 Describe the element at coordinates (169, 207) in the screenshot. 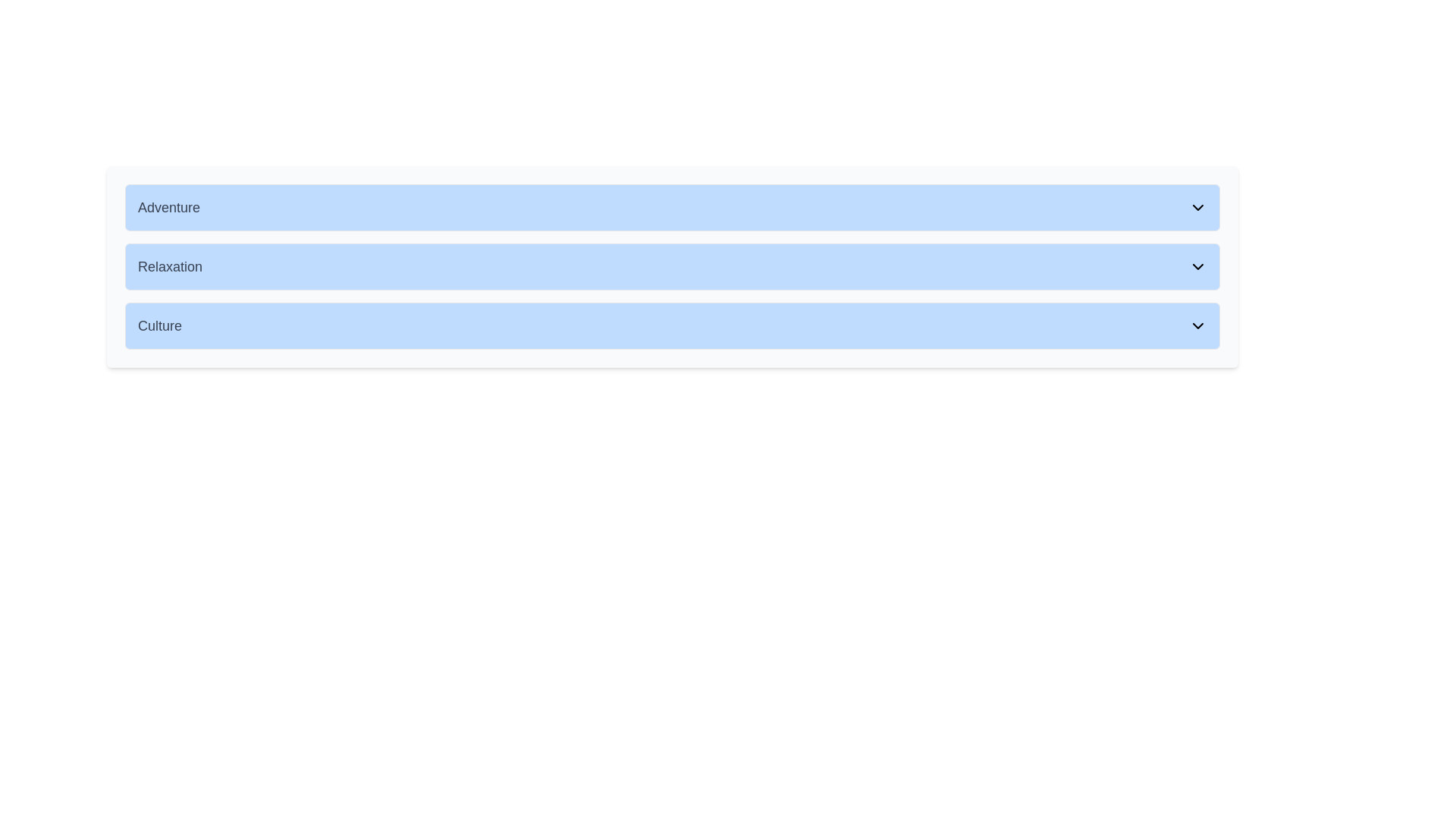

I see `the text label located in the uppermost row of a vertically stacked list, positioned to the left of a chevron icon` at that location.